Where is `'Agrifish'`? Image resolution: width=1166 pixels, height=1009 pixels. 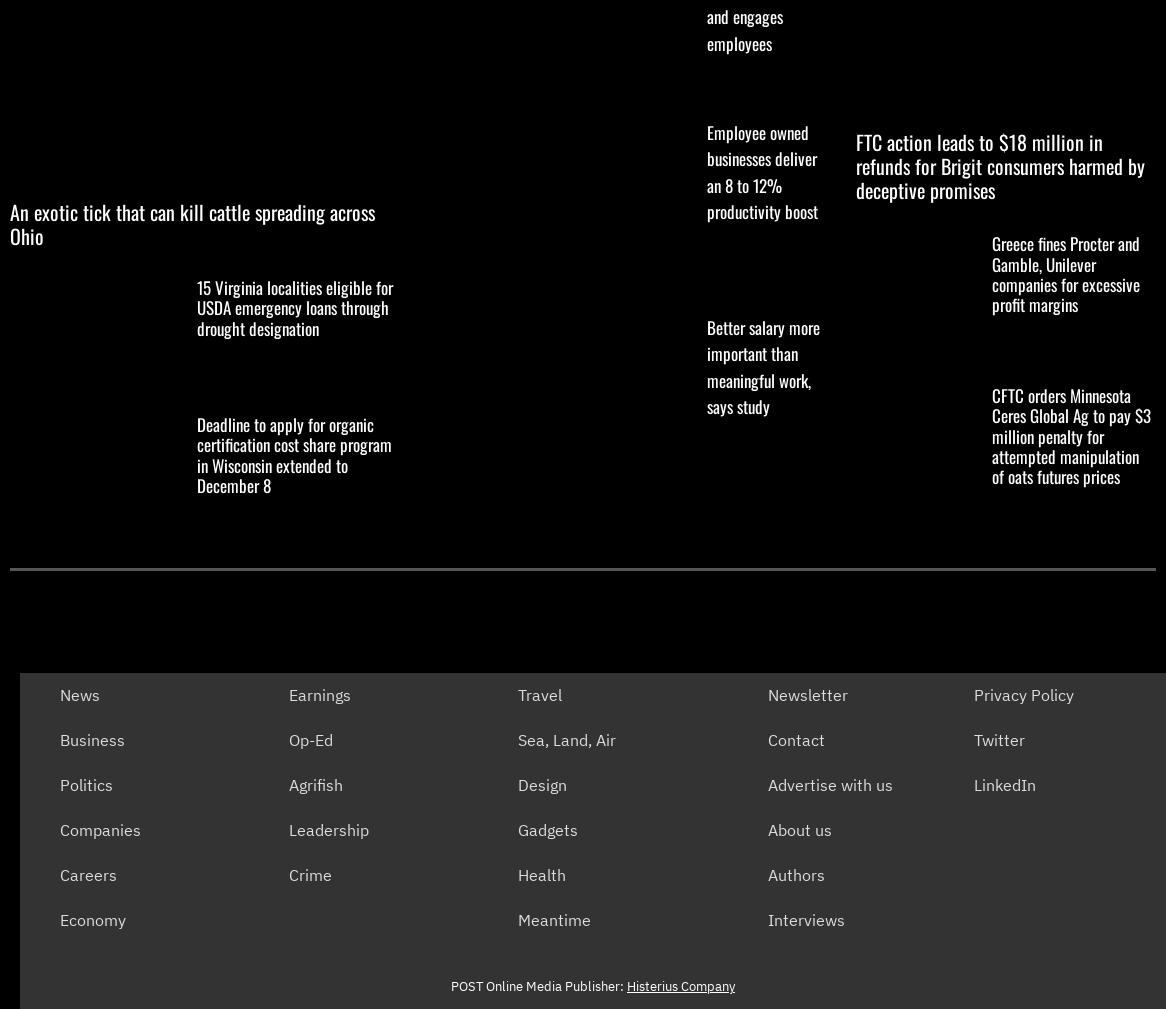
'Agrifish' is located at coordinates (289, 785).